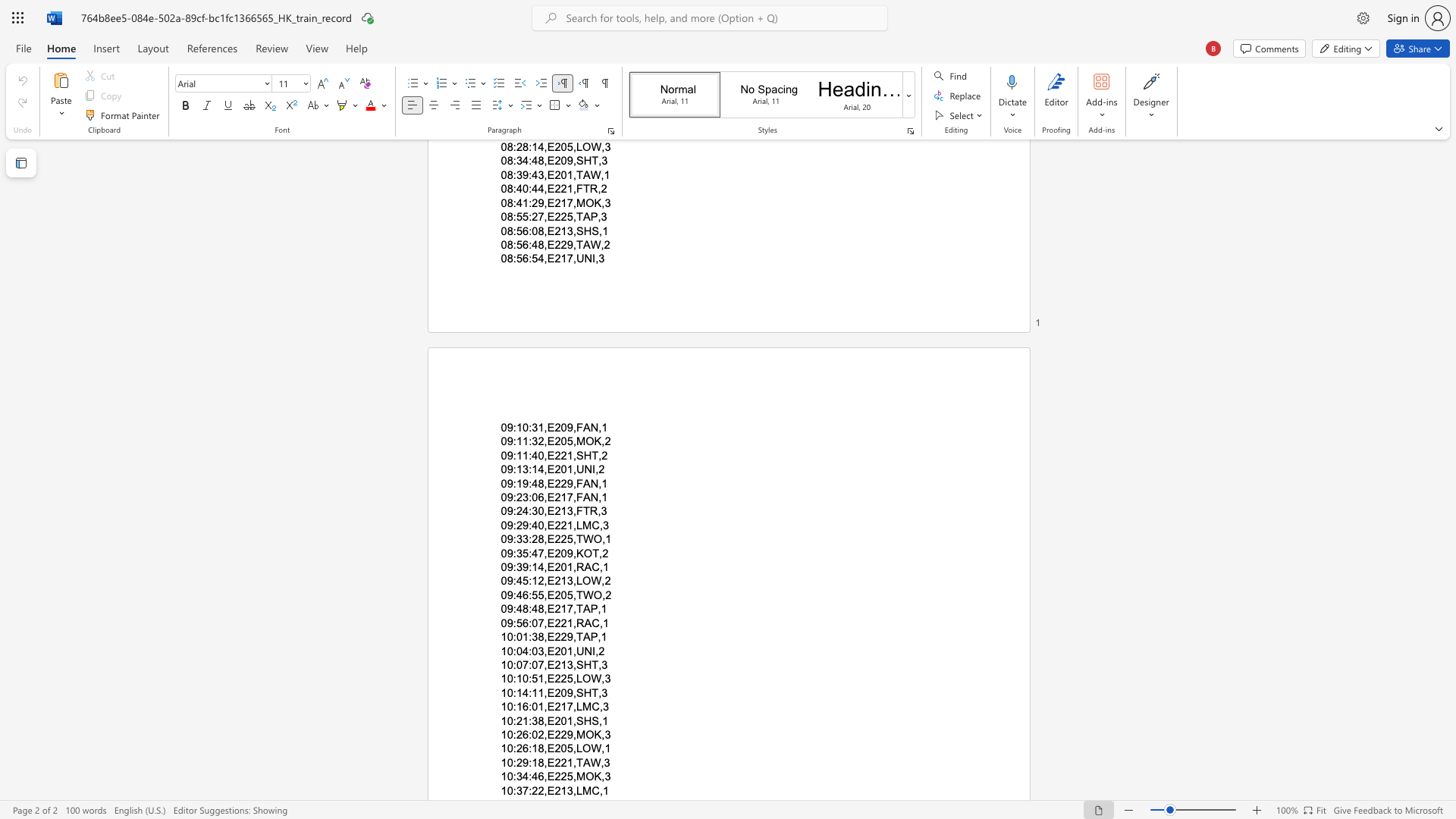 The width and height of the screenshot is (1456, 819). I want to click on the space between the continuous character "5" and "5" in the text, so click(538, 594).